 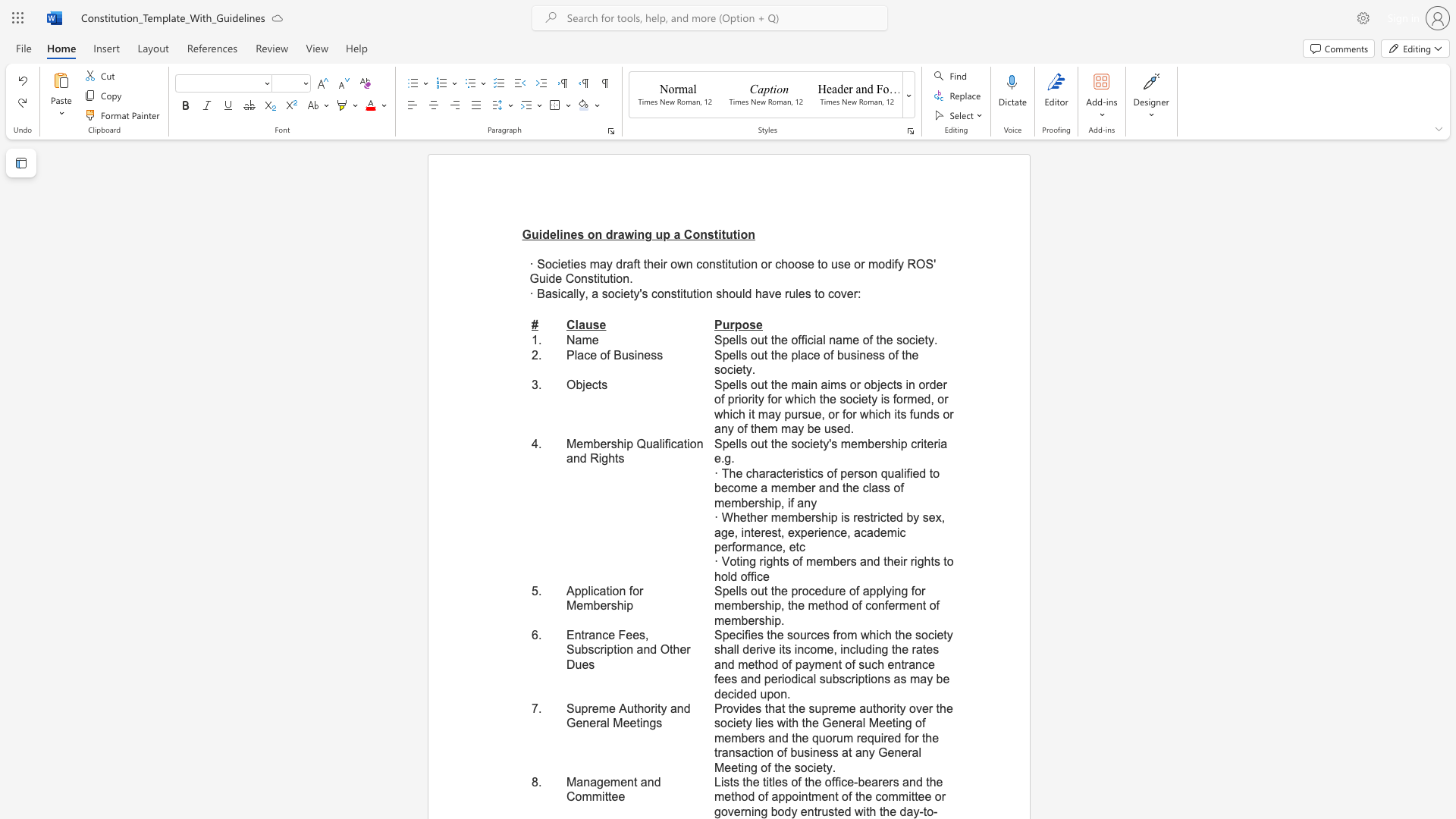 I want to click on the 1th character "f" in the text, so click(x=831, y=355).